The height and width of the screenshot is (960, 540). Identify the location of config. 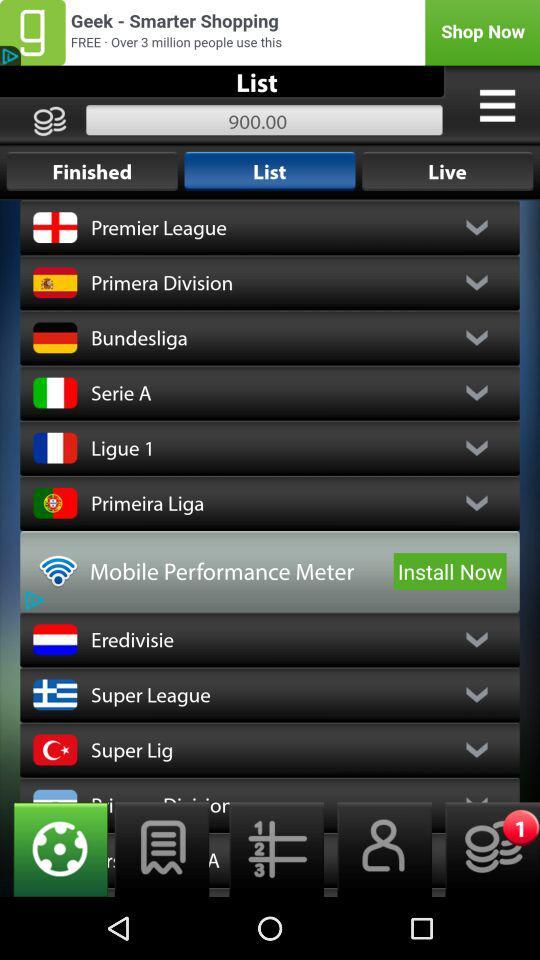
(54, 848).